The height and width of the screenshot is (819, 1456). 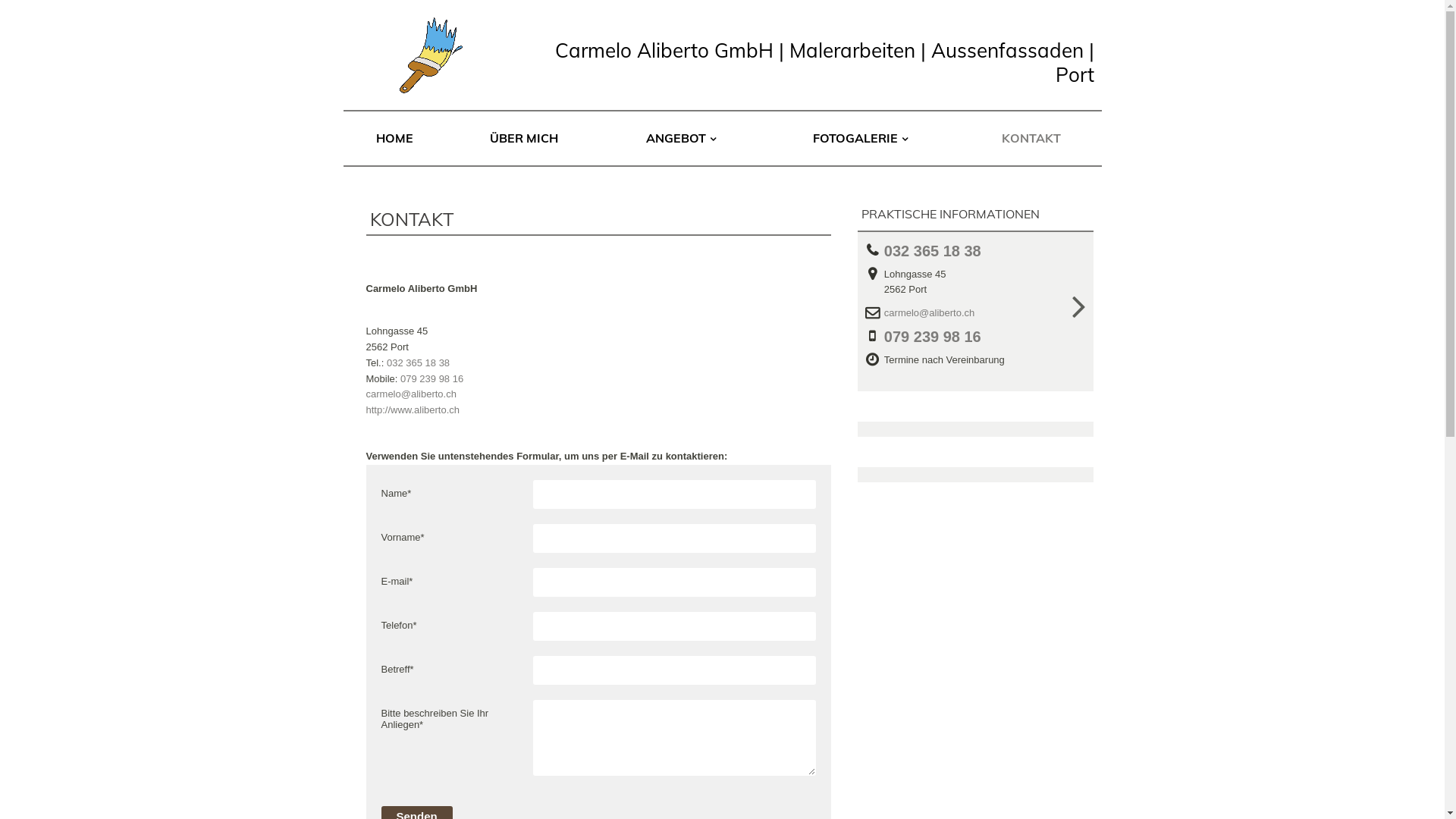 I want to click on '079 239 98 16', so click(x=937, y=336).